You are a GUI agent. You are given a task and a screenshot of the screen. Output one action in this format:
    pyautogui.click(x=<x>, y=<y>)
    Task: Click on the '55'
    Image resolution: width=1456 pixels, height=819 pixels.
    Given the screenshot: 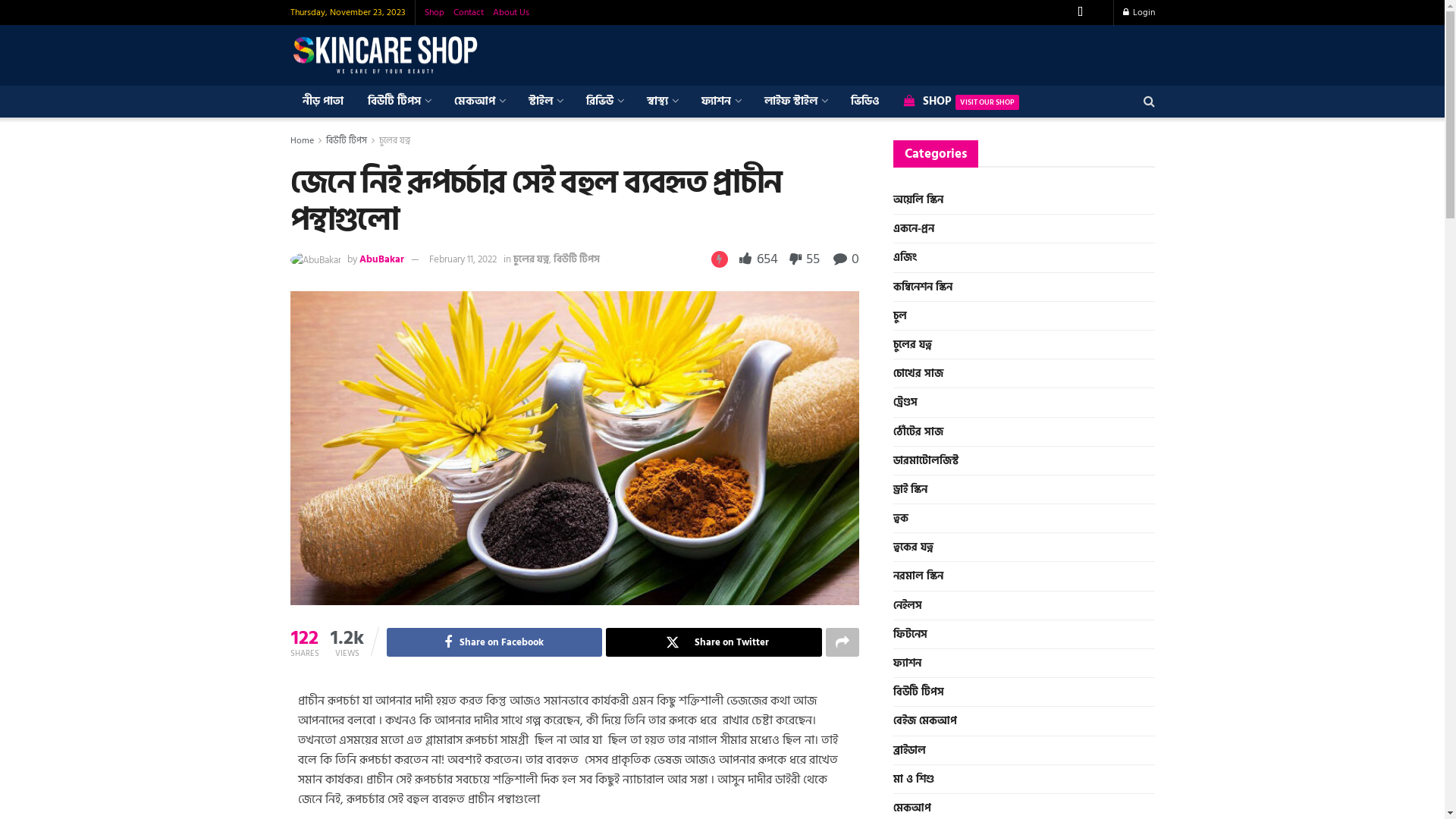 What is the action you would take?
    pyautogui.click(x=781, y=258)
    